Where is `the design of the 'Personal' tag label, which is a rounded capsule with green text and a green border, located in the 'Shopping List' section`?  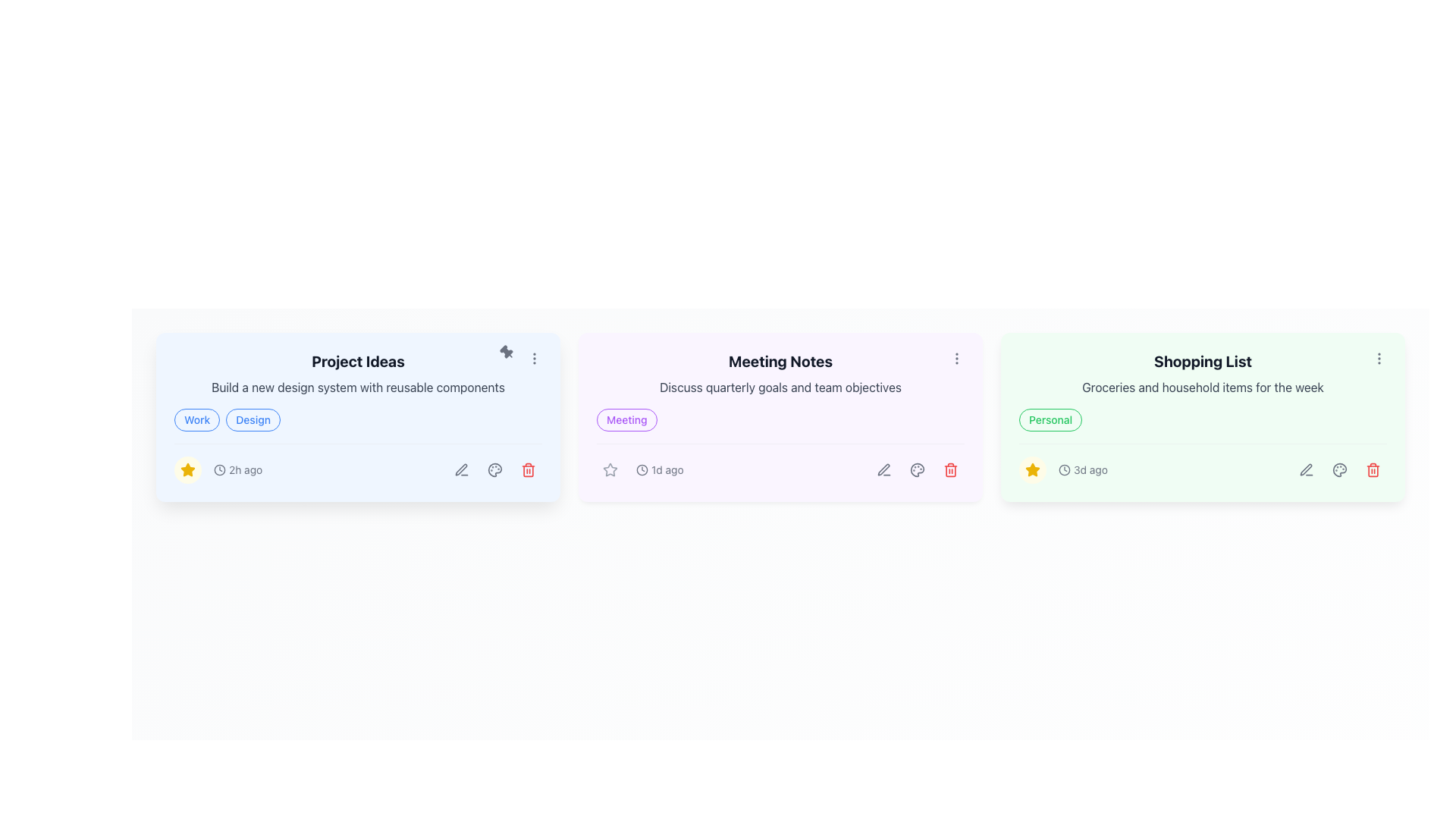 the design of the 'Personal' tag label, which is a rounded capsule with green text and a green border, located in the 'Shopping List' section is located at coordinates (1050, 420).